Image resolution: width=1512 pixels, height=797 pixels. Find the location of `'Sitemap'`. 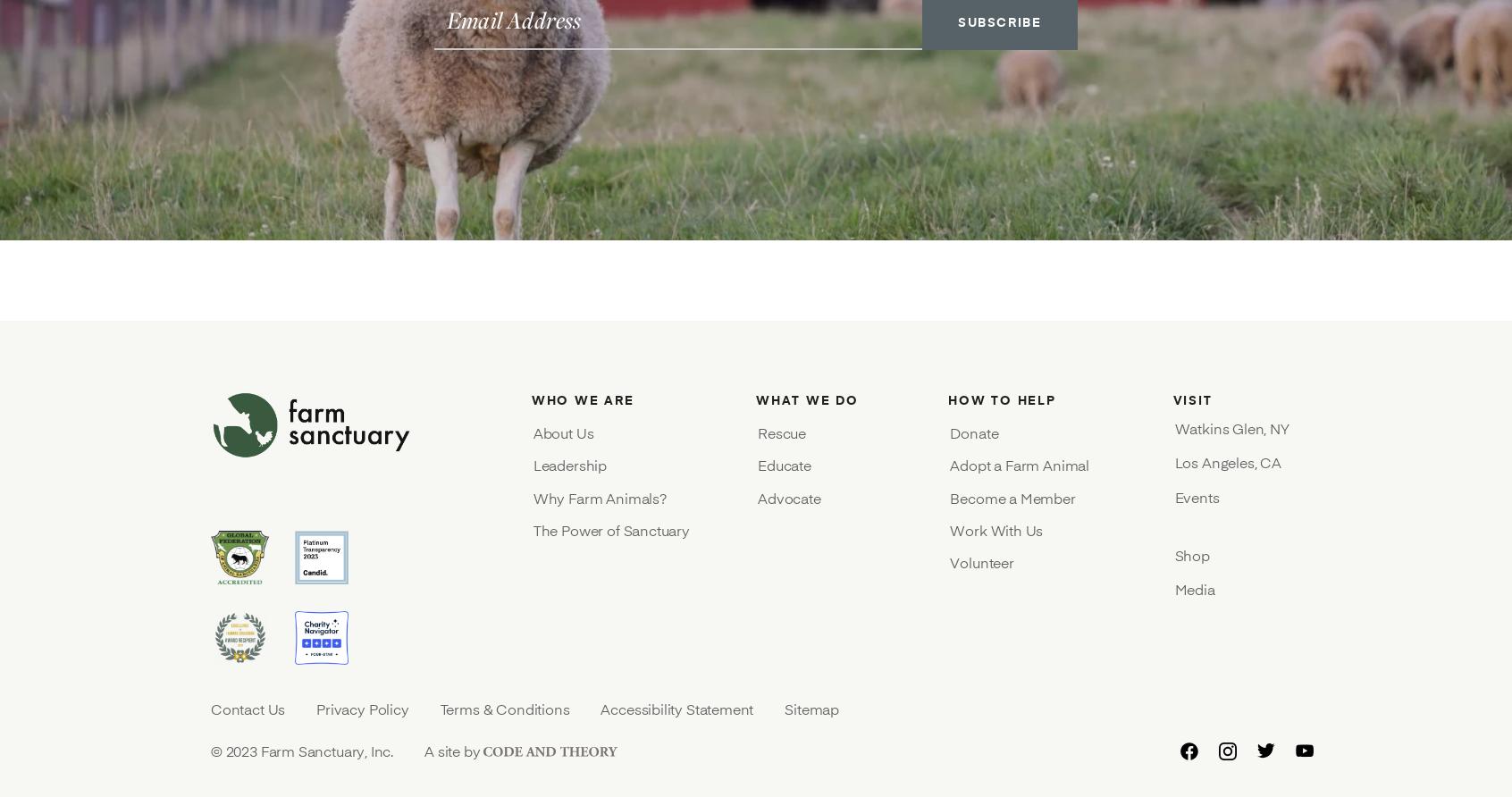

'Sitemap' is located at coordinates (811, 707).